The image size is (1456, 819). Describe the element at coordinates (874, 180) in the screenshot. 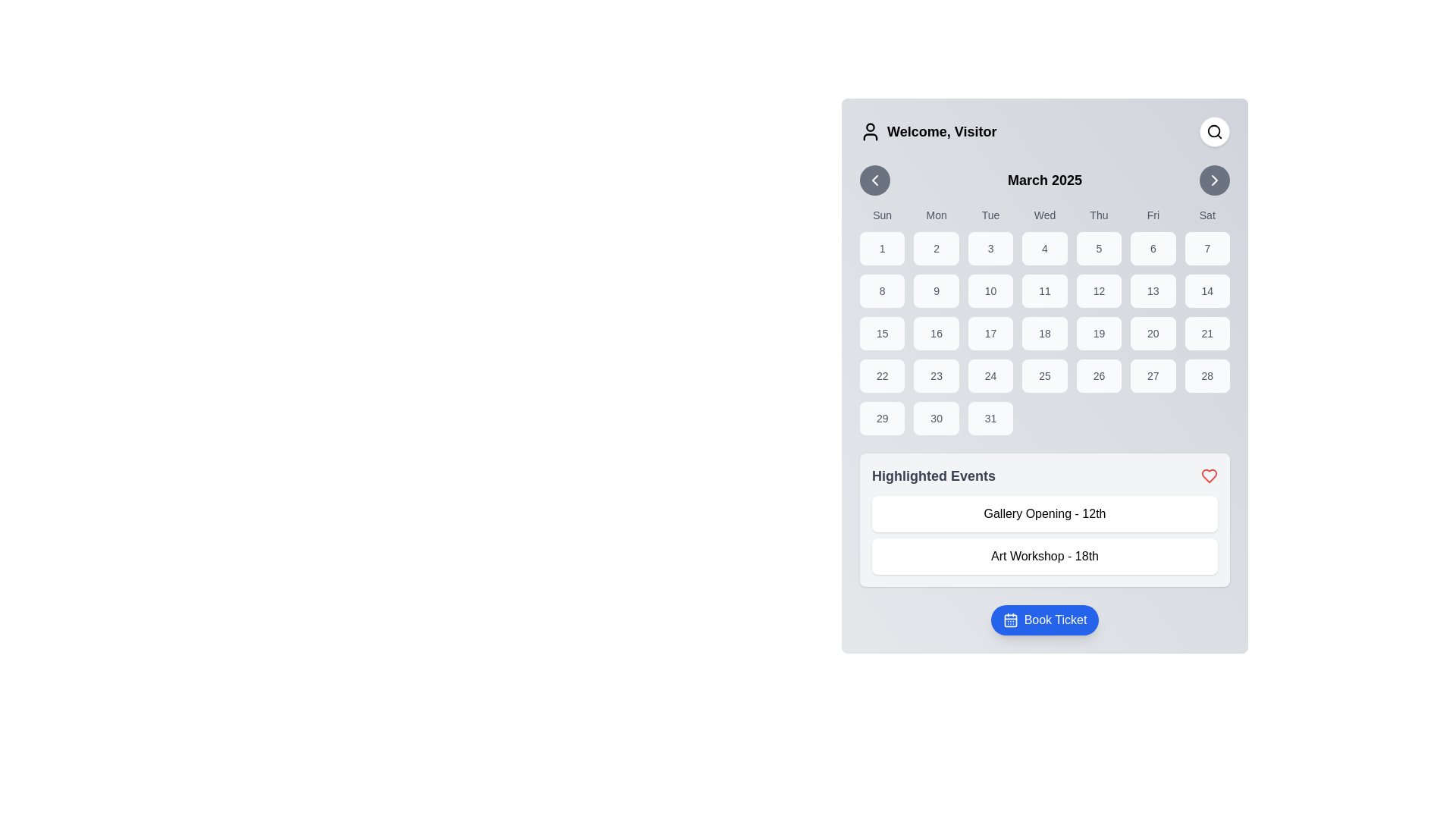

I see `the small left-pointing chevron icon located in the header section next to the Welcome label` at that location.